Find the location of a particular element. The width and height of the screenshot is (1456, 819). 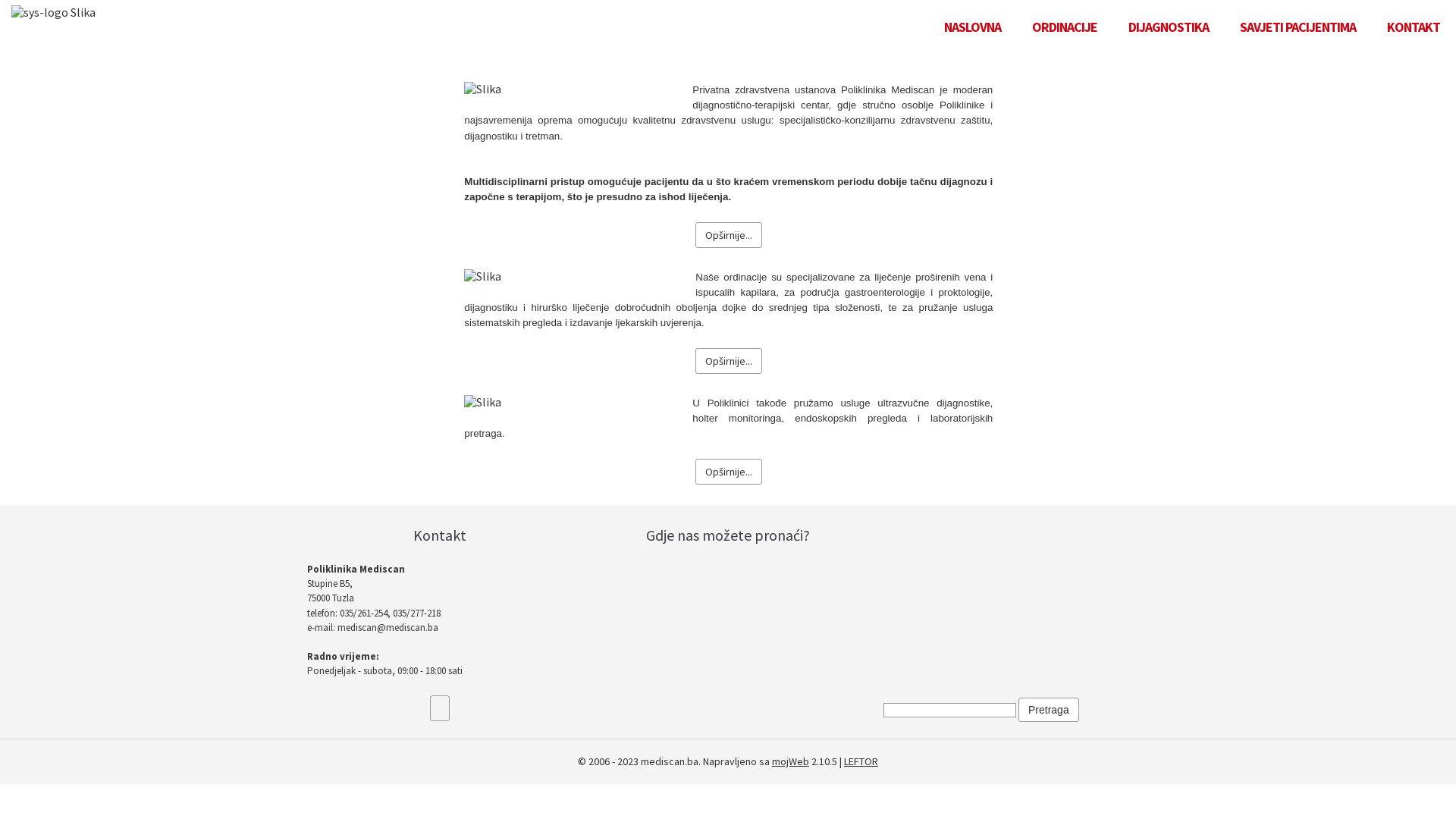

'ORDINACIJE' is located at coordinates (1063, 27).